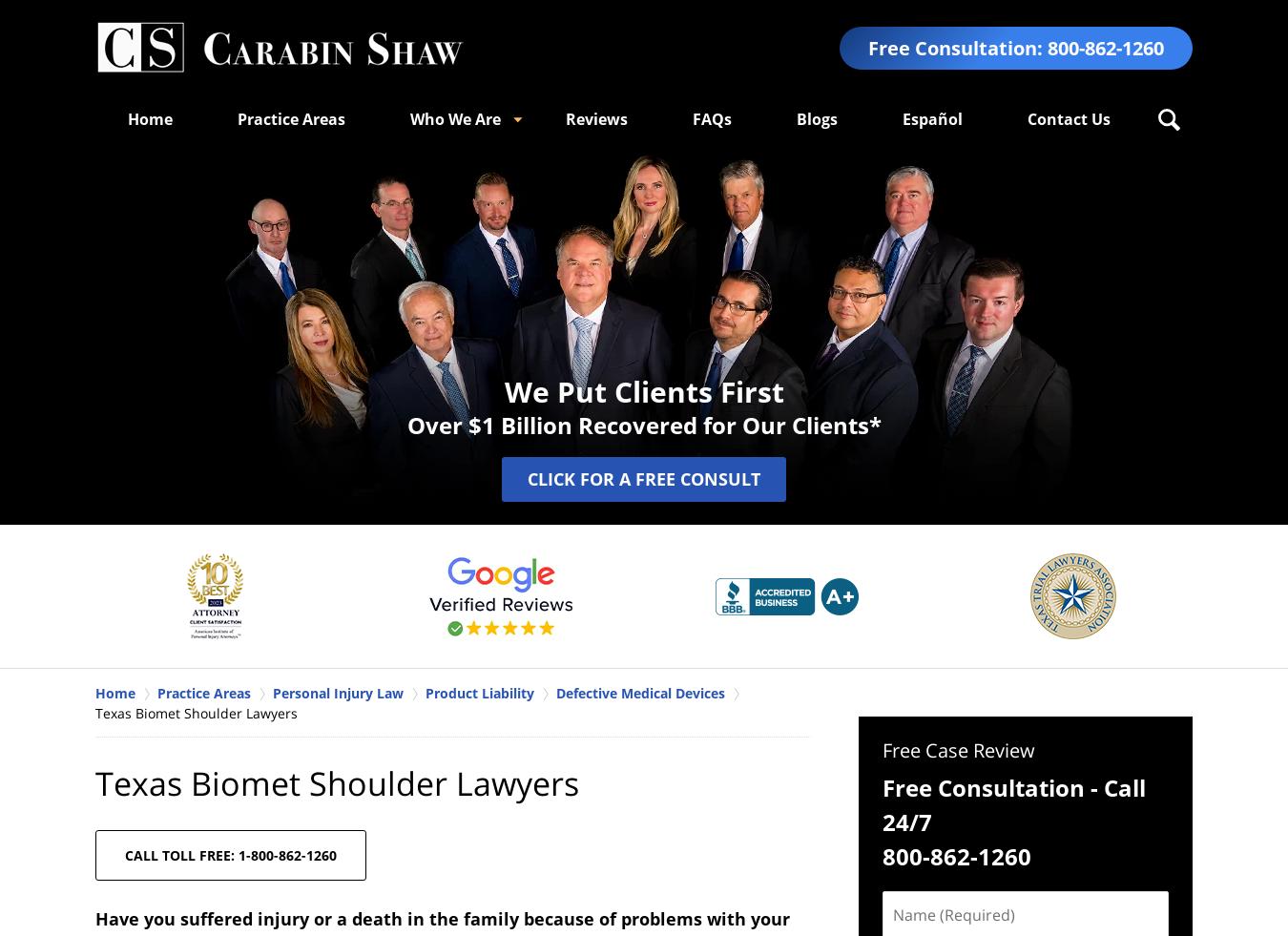  Describe the element at coordinates (711, 117) in the screenshot. I see `'FAQs'` at that location.